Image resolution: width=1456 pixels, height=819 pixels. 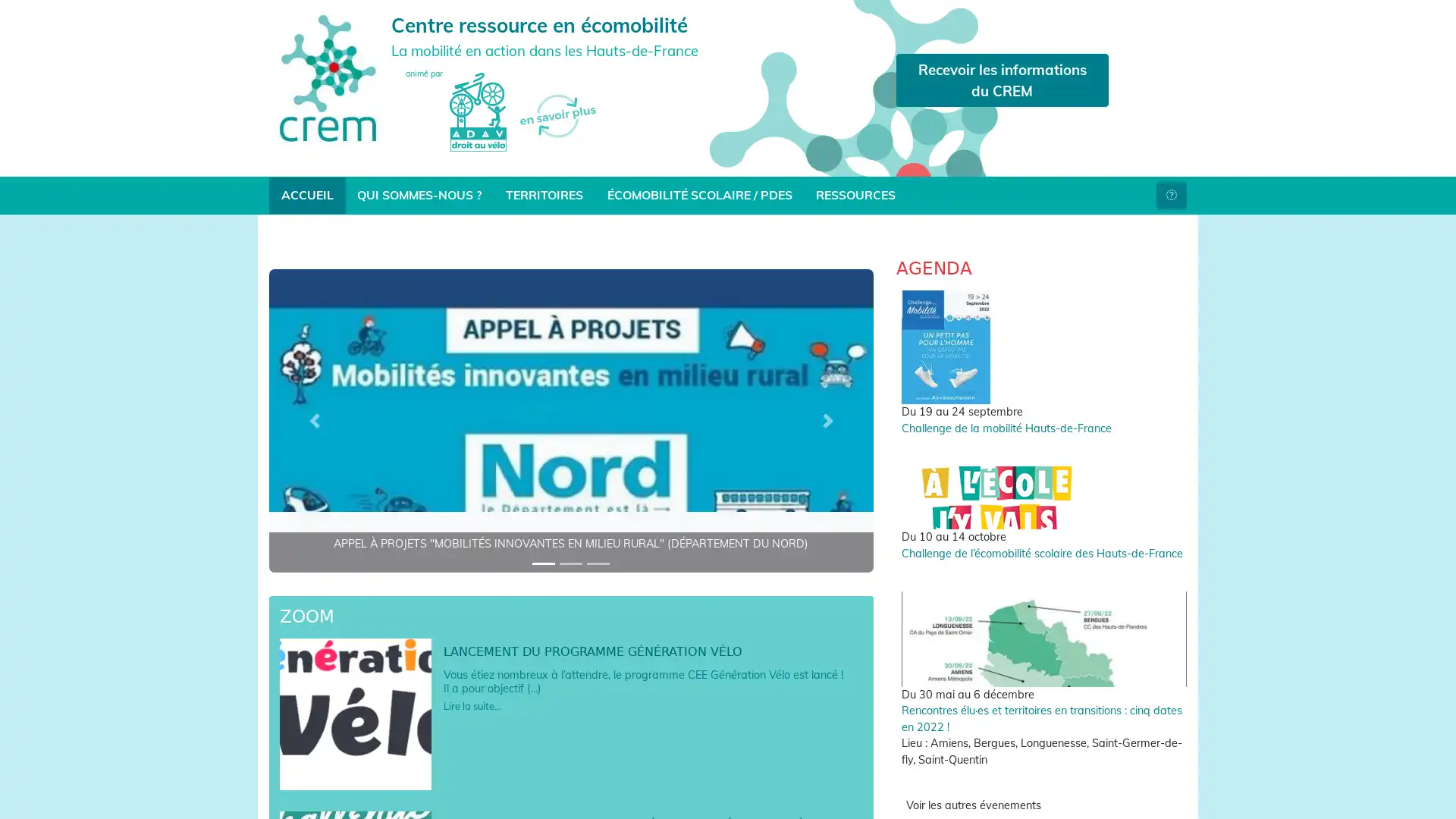 What do you see at coordinates (827, 420) in the screenshot?
I see `Next` at bounding box center [827, 420].